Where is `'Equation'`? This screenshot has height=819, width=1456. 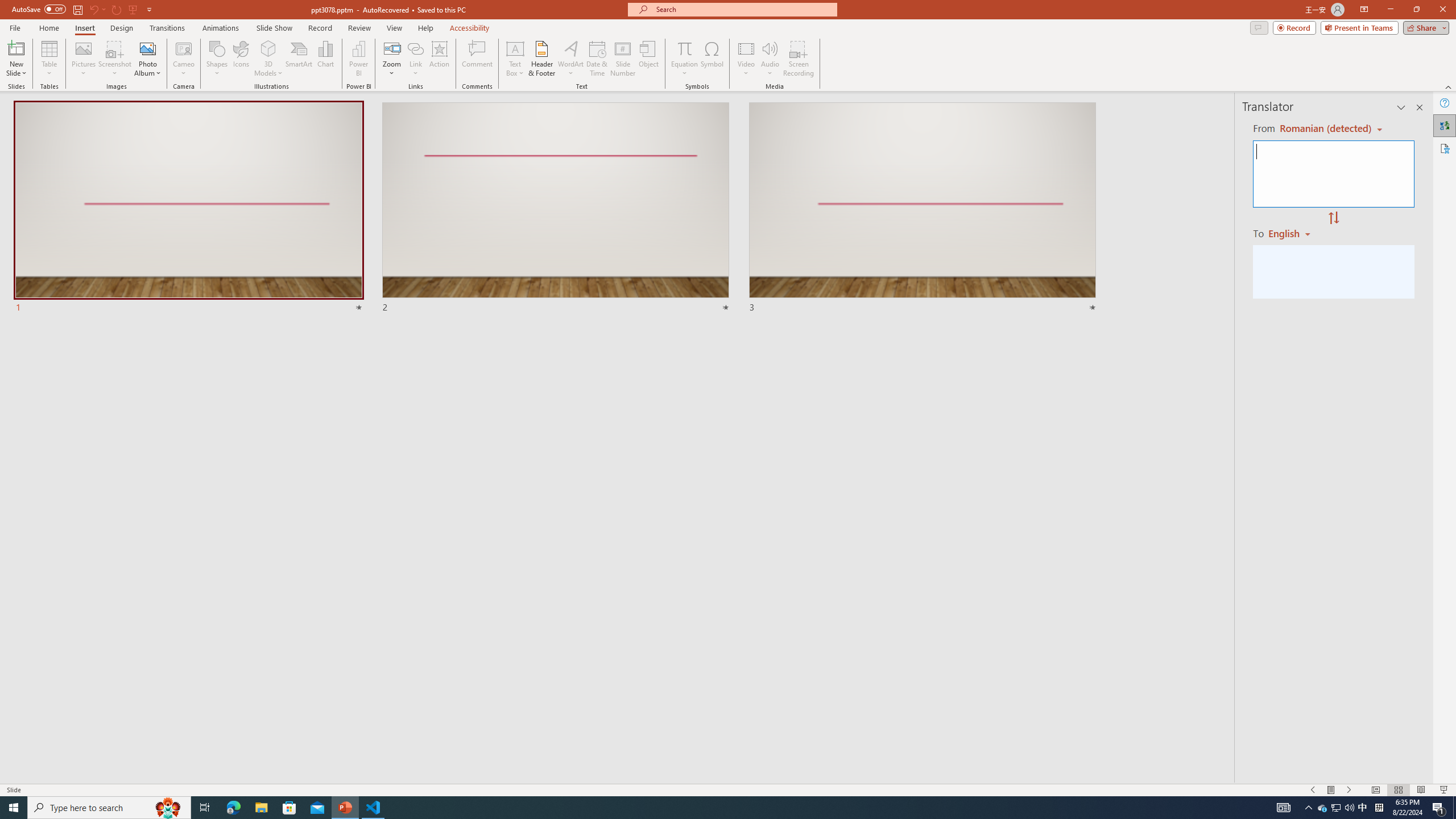 'Equation' is located at coordinates (684, 48).